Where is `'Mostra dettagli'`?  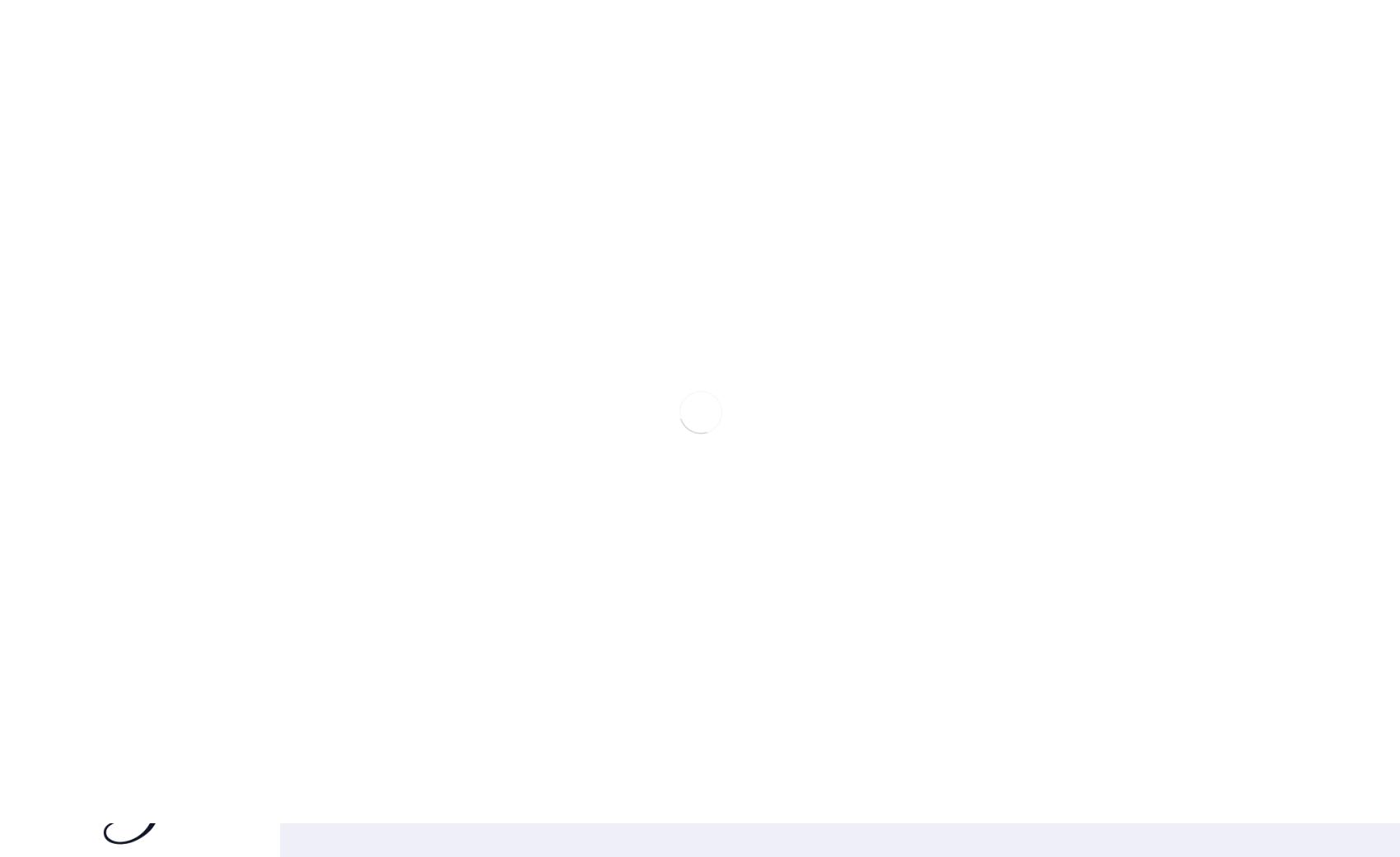 'Mostra dettagli' is located at coordinates (1269, 777).